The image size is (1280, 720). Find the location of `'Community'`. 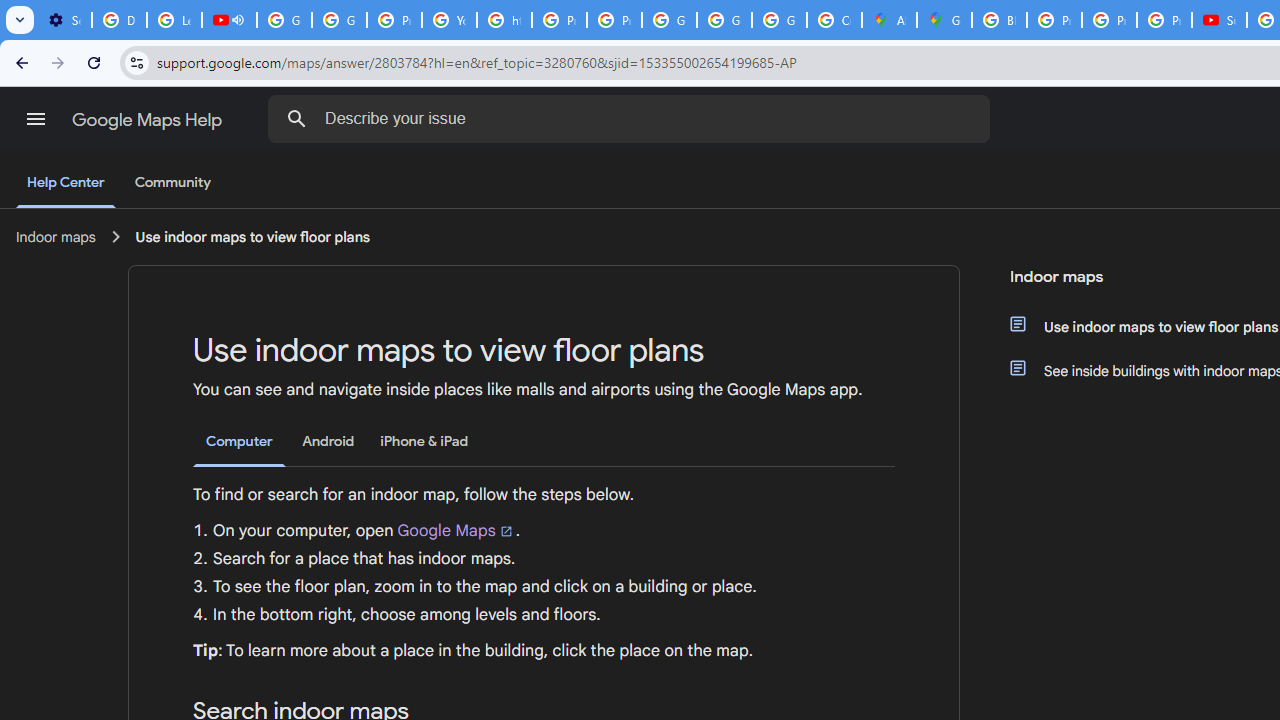

'Community' is located at coordinates (172, 183).